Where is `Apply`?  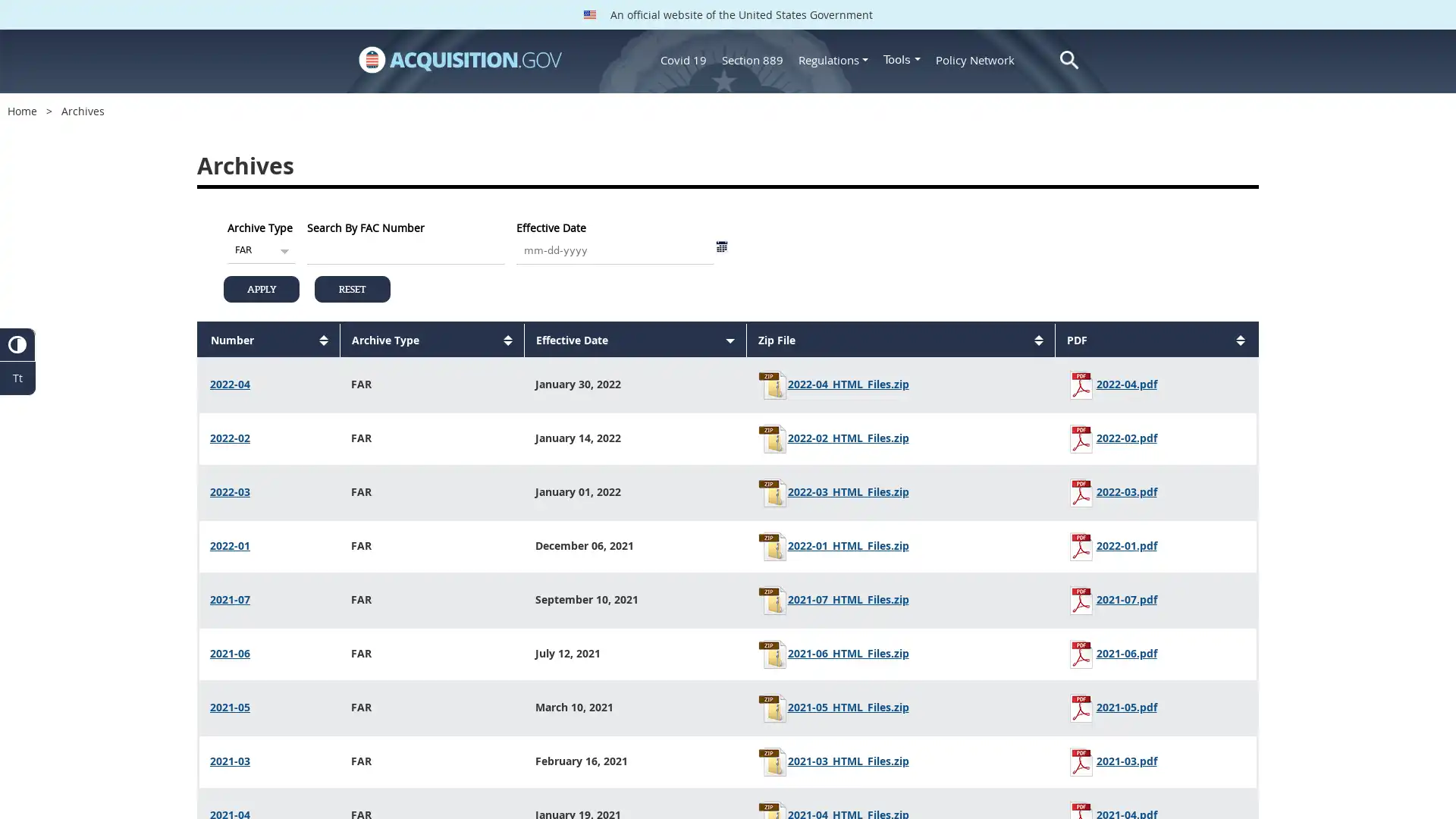 Apply is located at coordinates (262, 289).